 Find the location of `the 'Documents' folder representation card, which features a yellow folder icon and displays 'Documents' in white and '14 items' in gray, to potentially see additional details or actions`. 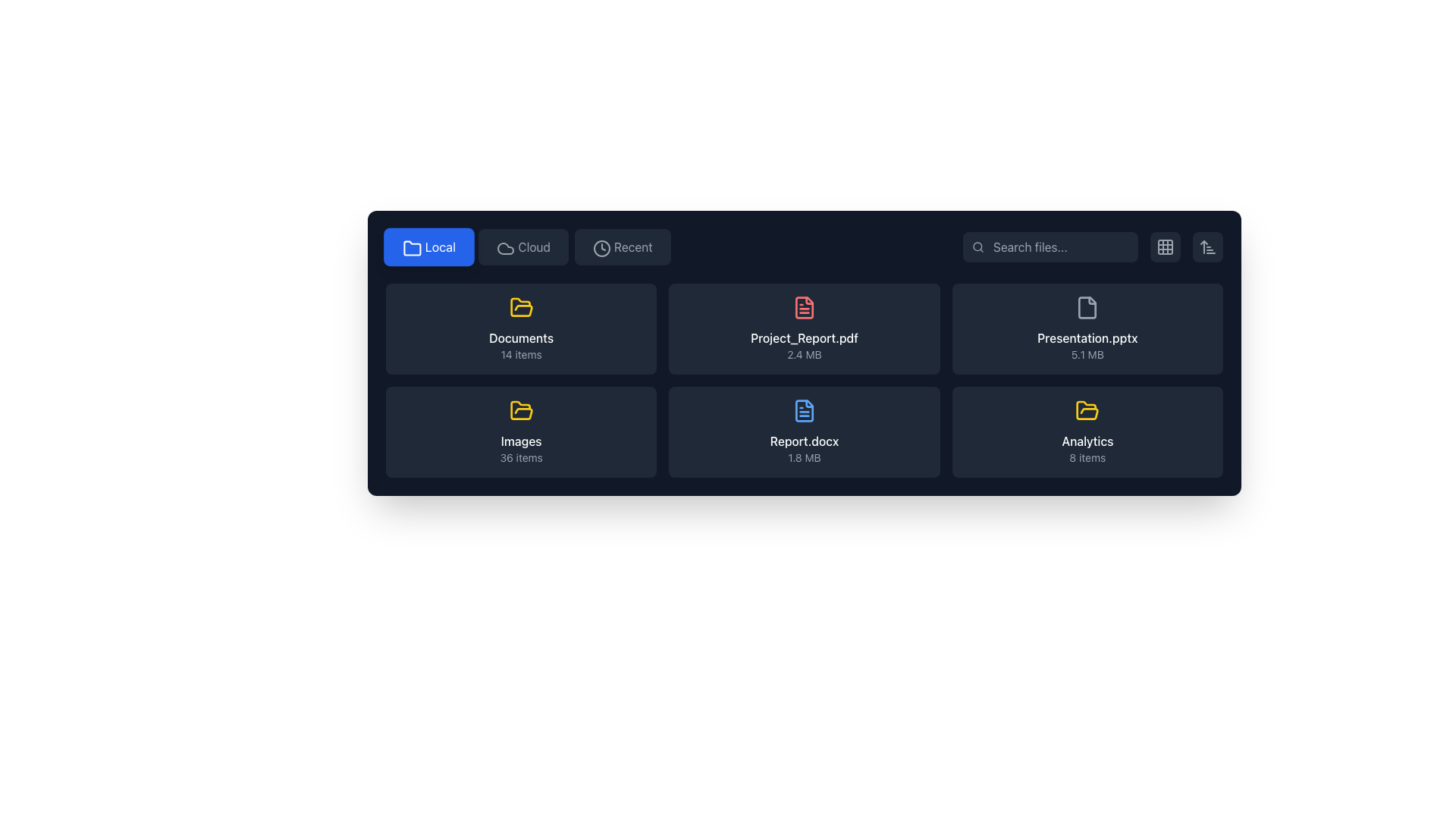

the 'Documents' folder representation card, which features a yellow folder icon and displays 'Documents' in white and '14 items' in gray, to potentially see additional details or actions is located at coordinates (521, 328).